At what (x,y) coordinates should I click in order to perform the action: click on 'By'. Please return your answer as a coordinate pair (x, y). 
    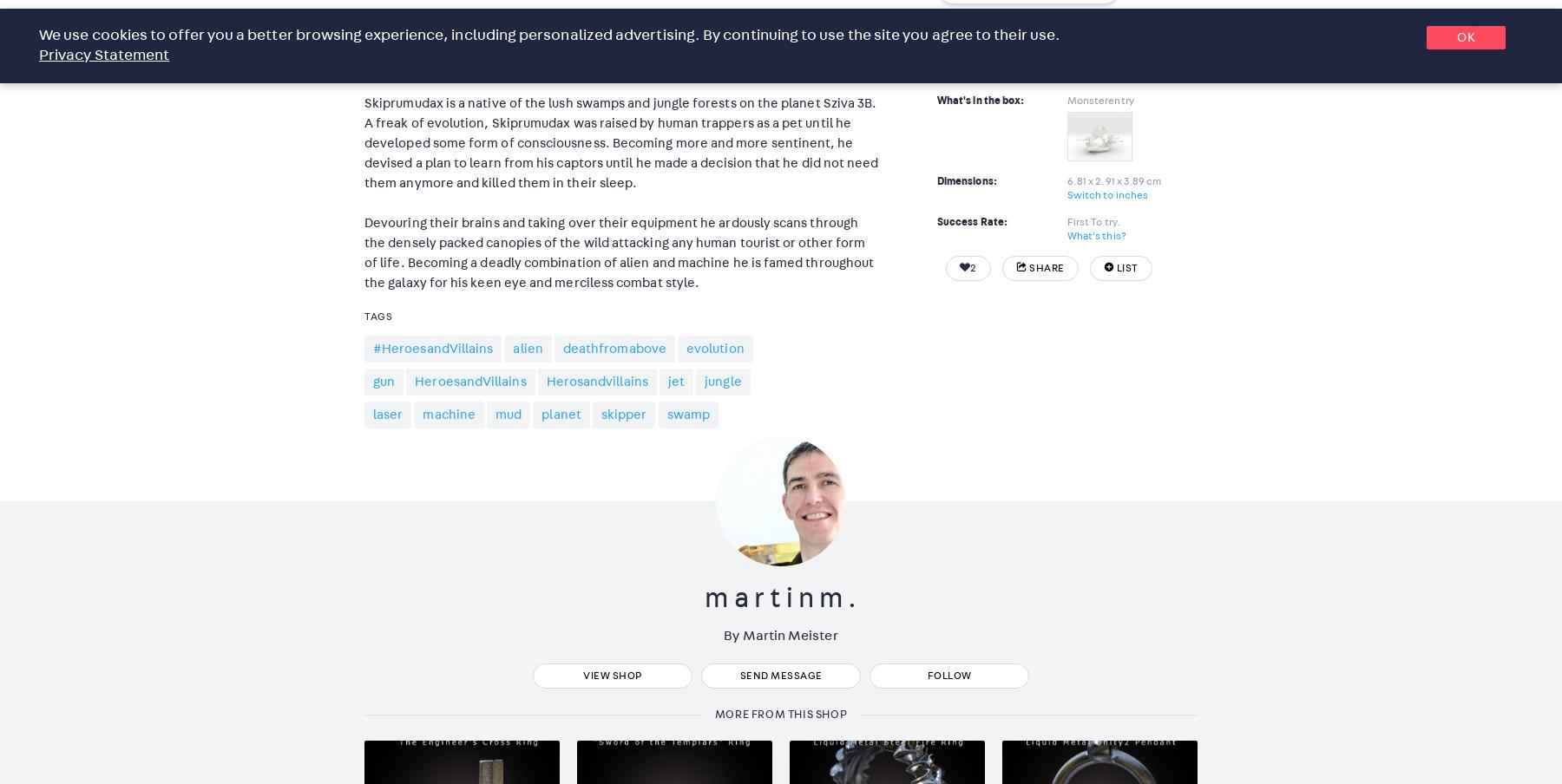
    Looking at the image, I should click on (732, 633).